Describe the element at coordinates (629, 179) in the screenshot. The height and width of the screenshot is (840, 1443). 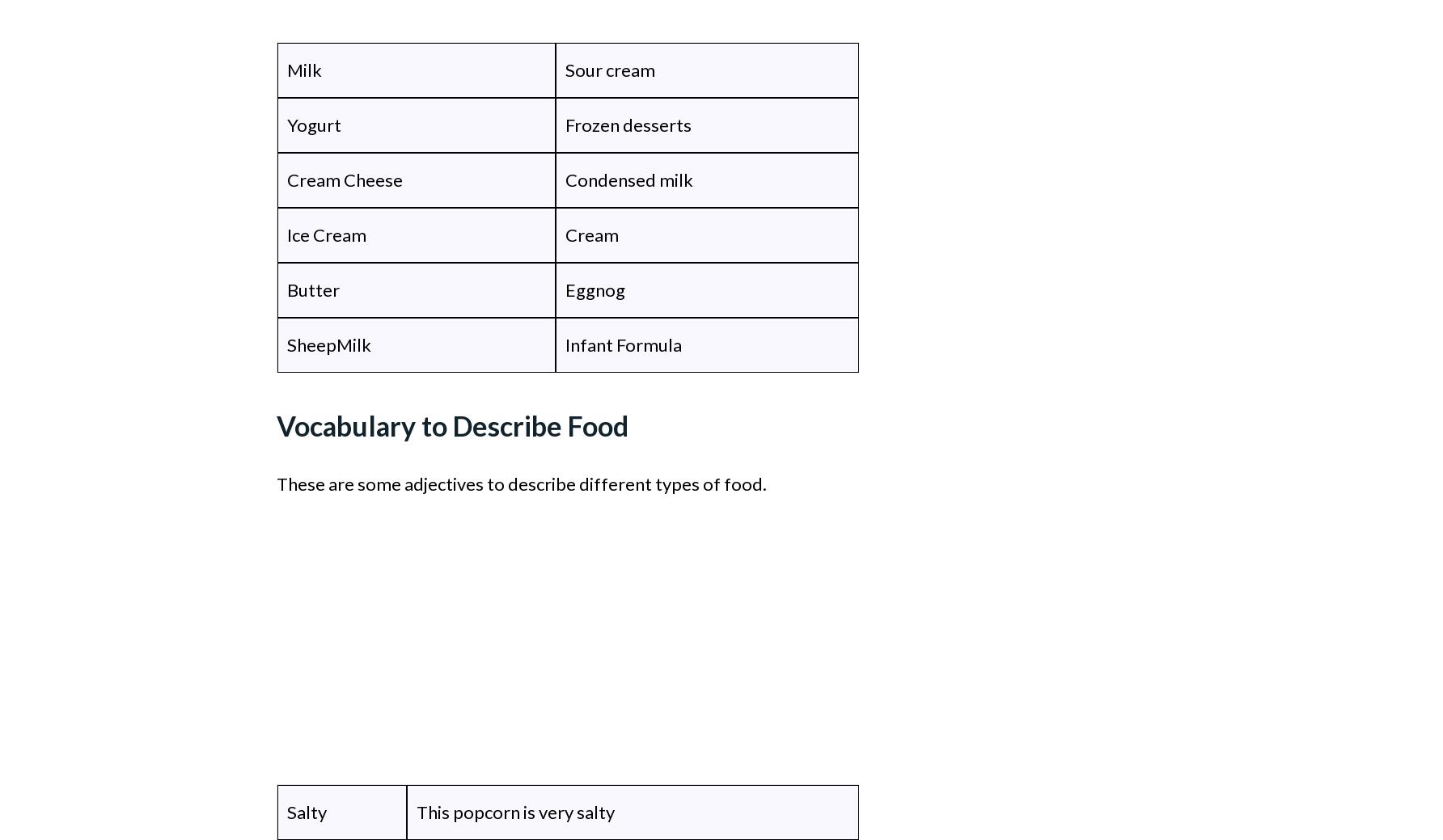
I see `'Condensed milk'` at that location.